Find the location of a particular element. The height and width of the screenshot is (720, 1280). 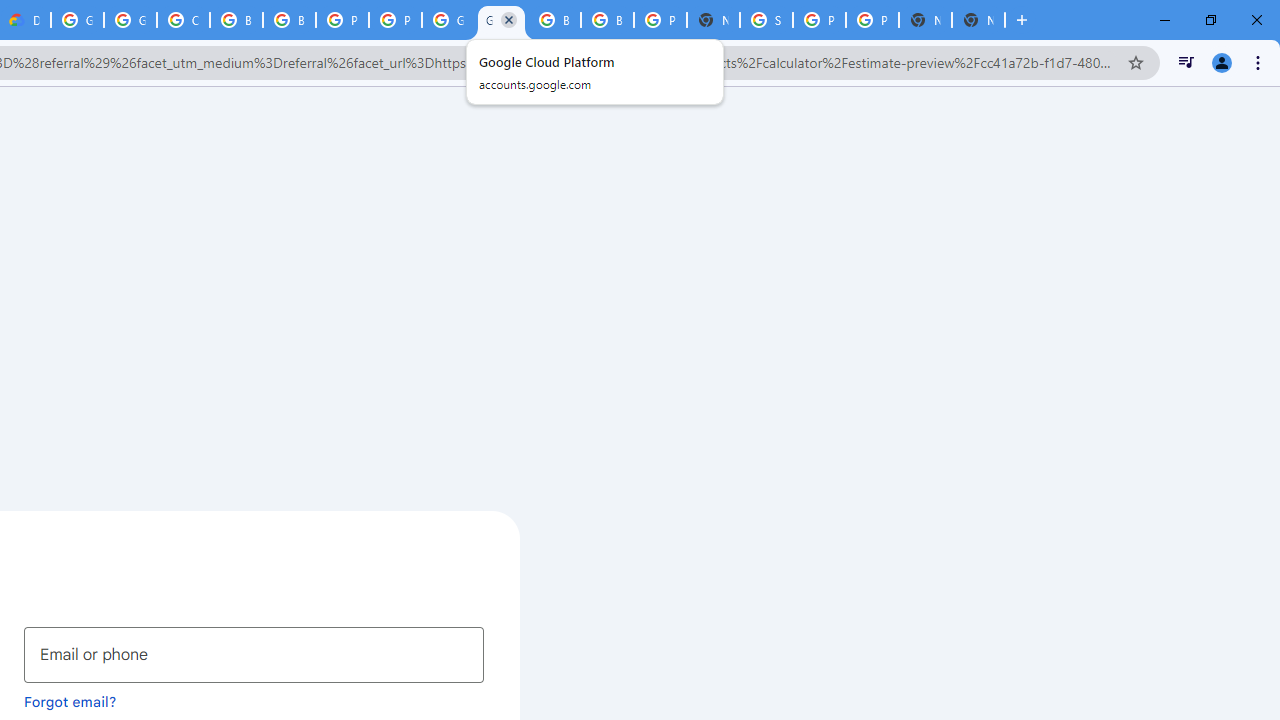

'Sign in - Google Accounts' is located at coordinates (765, 20).